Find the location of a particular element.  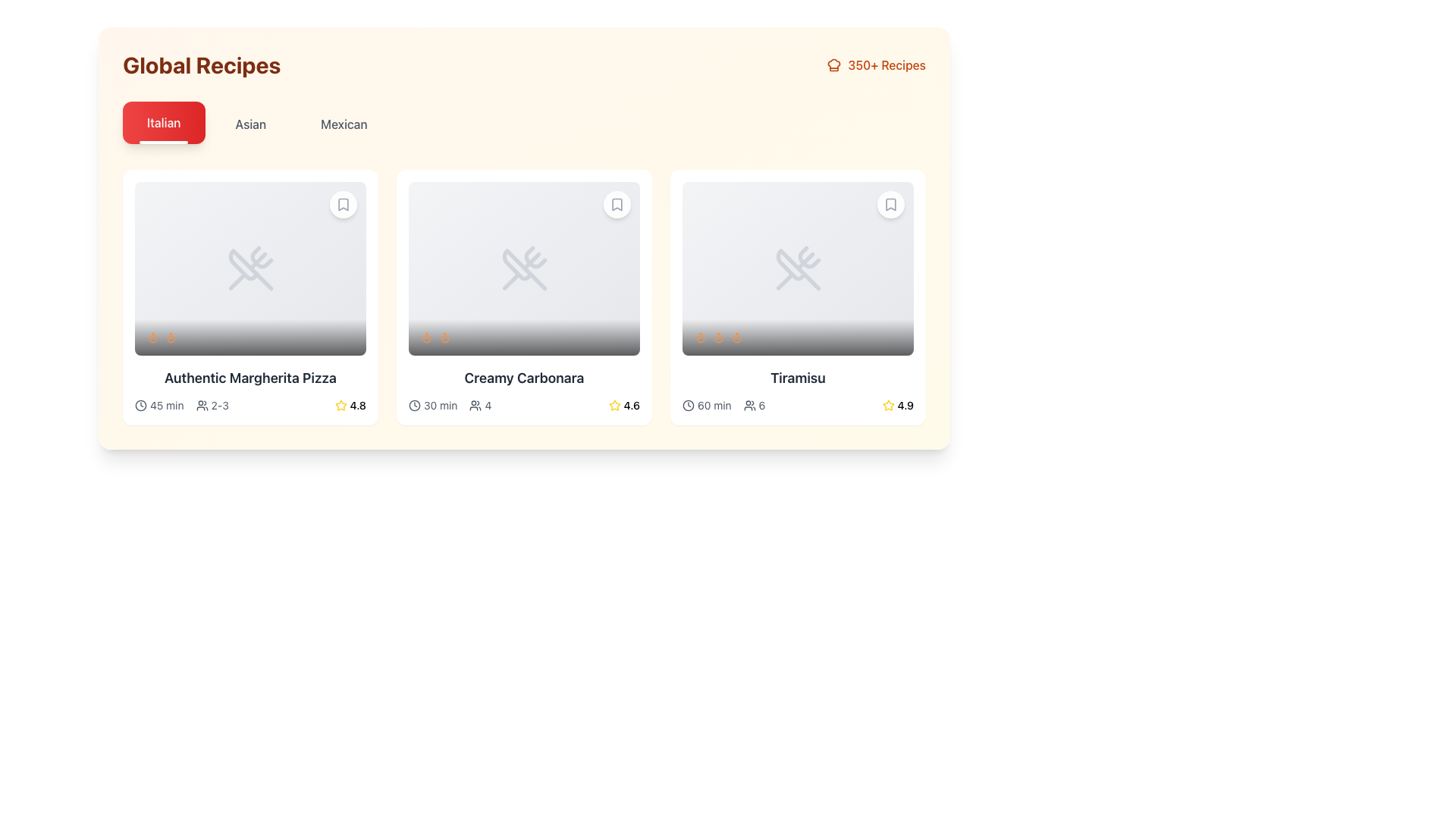

the informational display component that summarizes the metadata for the recipe titled 'Tiramisu', located at the bottom of the card within the 'Italian' section is located at coordinates (797, 404).